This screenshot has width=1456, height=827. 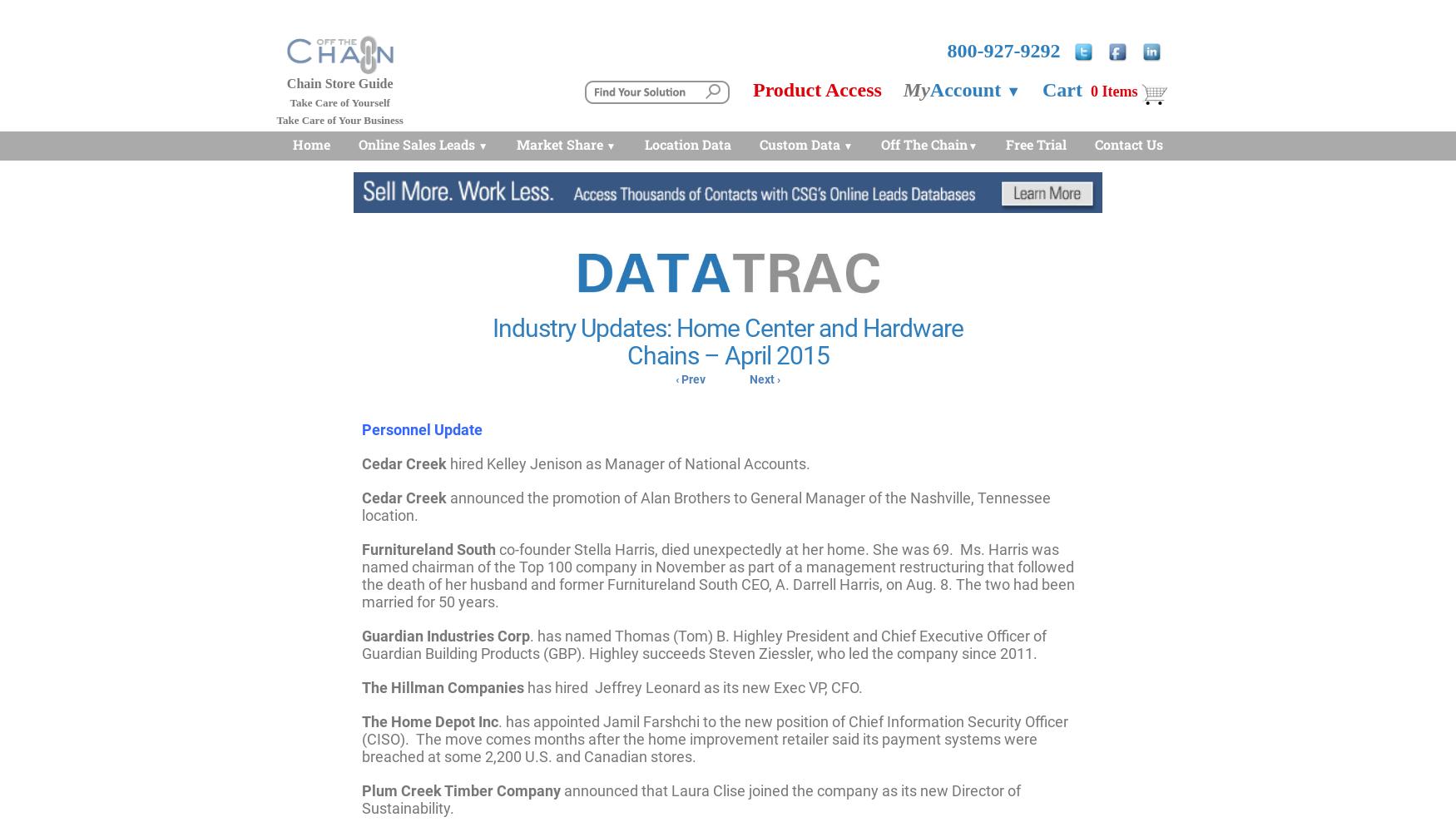 I want to click on 'Personnel Update', so click(x=421, y=428).